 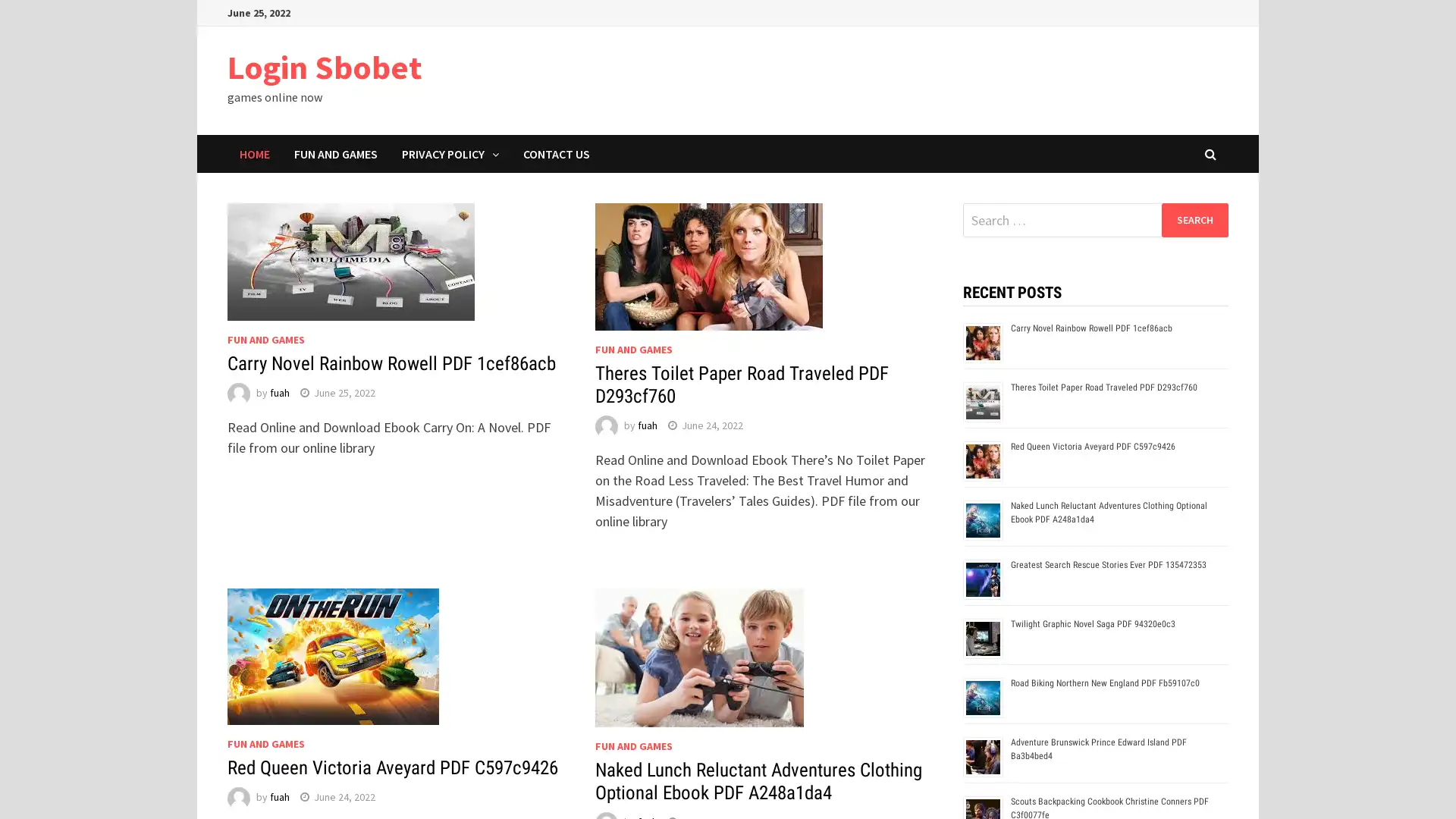 What do you see at coordinates (1194, 219) in the screenshot?
I see `Search` at bounding box center [1194, 219].